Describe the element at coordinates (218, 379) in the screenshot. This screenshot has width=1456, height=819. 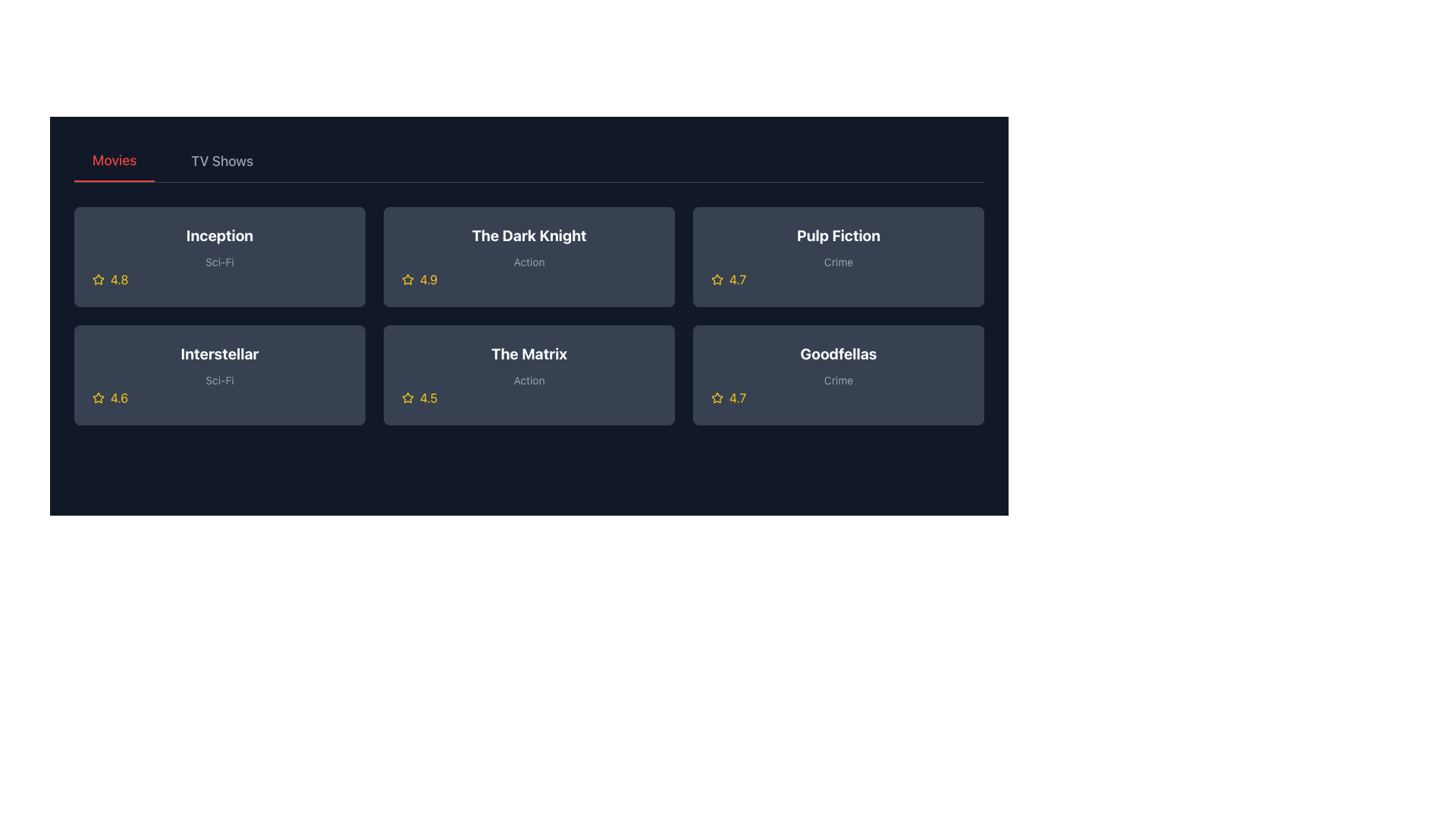
I see `the small text label that reads 'Sci-Fi', which is styled with a small font size and gray coloration, located below the bold white 'Interstellar' title text` at that location.